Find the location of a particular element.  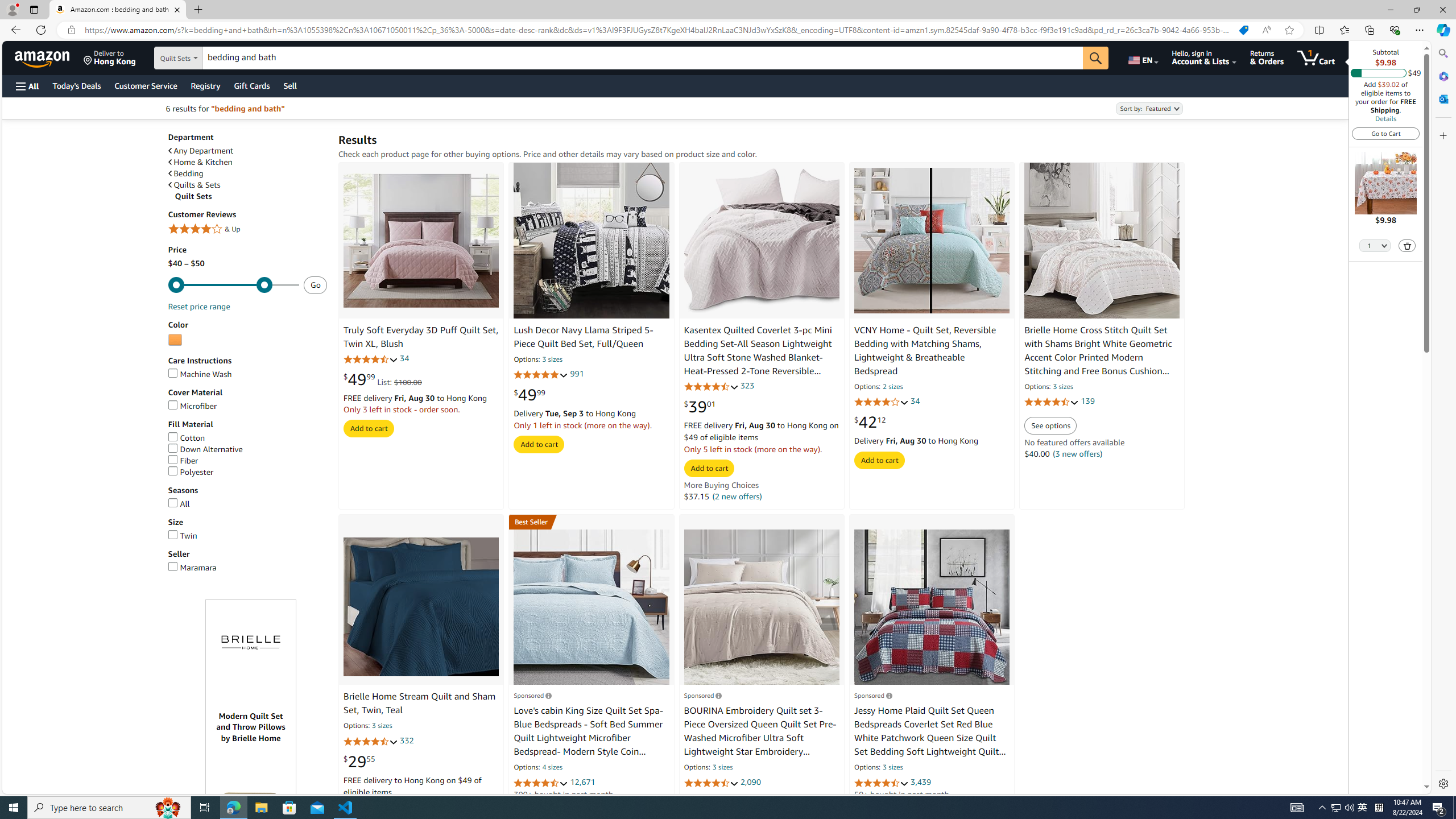

'Reset price range' is located at coordinates (198, 307).